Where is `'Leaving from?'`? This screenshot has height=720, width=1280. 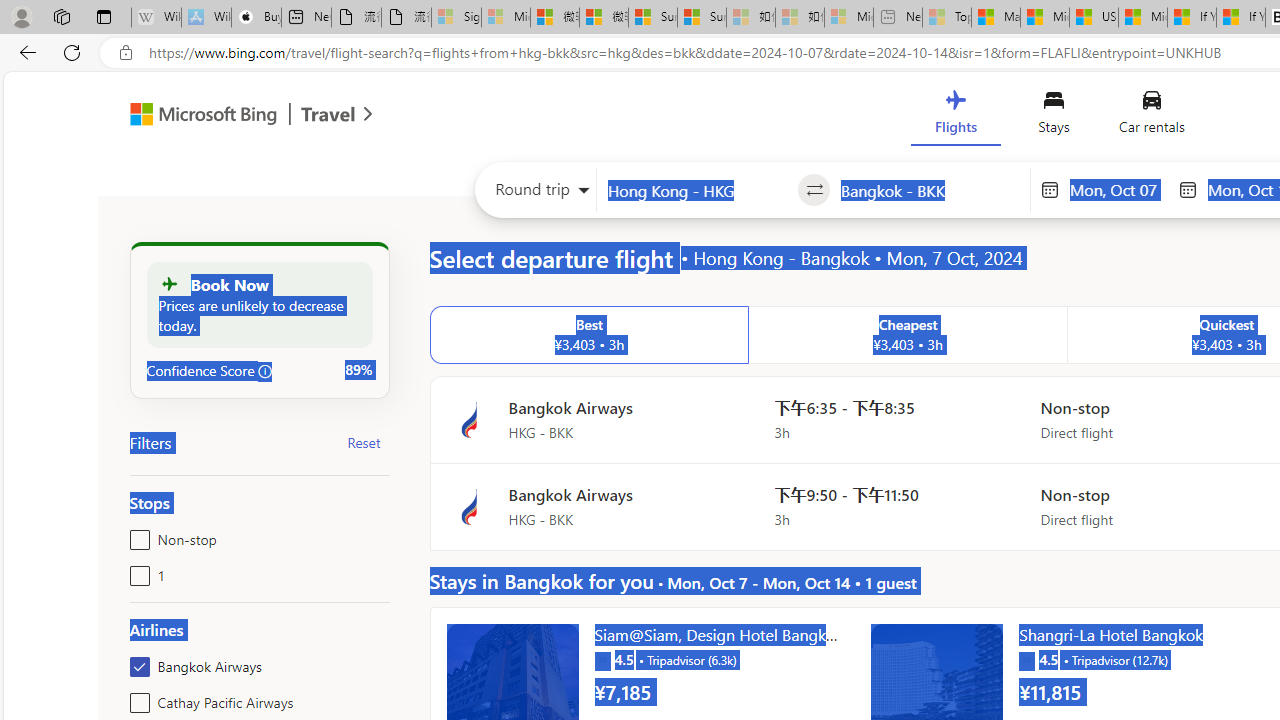 'Leaving from?' is located at coordinates (697, 190).